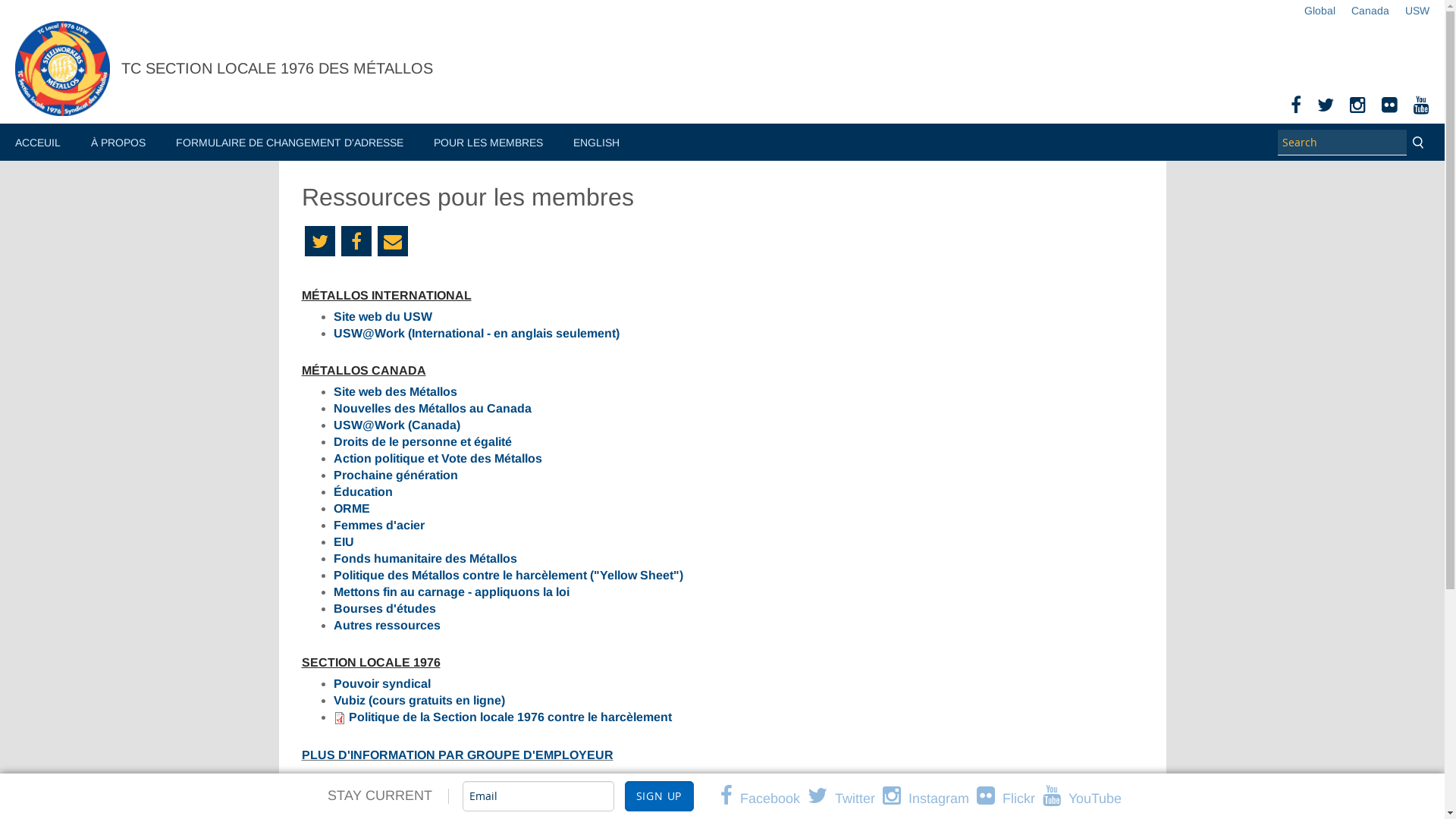 This screenshot has height=819, width=1456. Describe the element at coordinates (382, 683) in the screenshot. I see `'Pouvoir syndical'` at that location.